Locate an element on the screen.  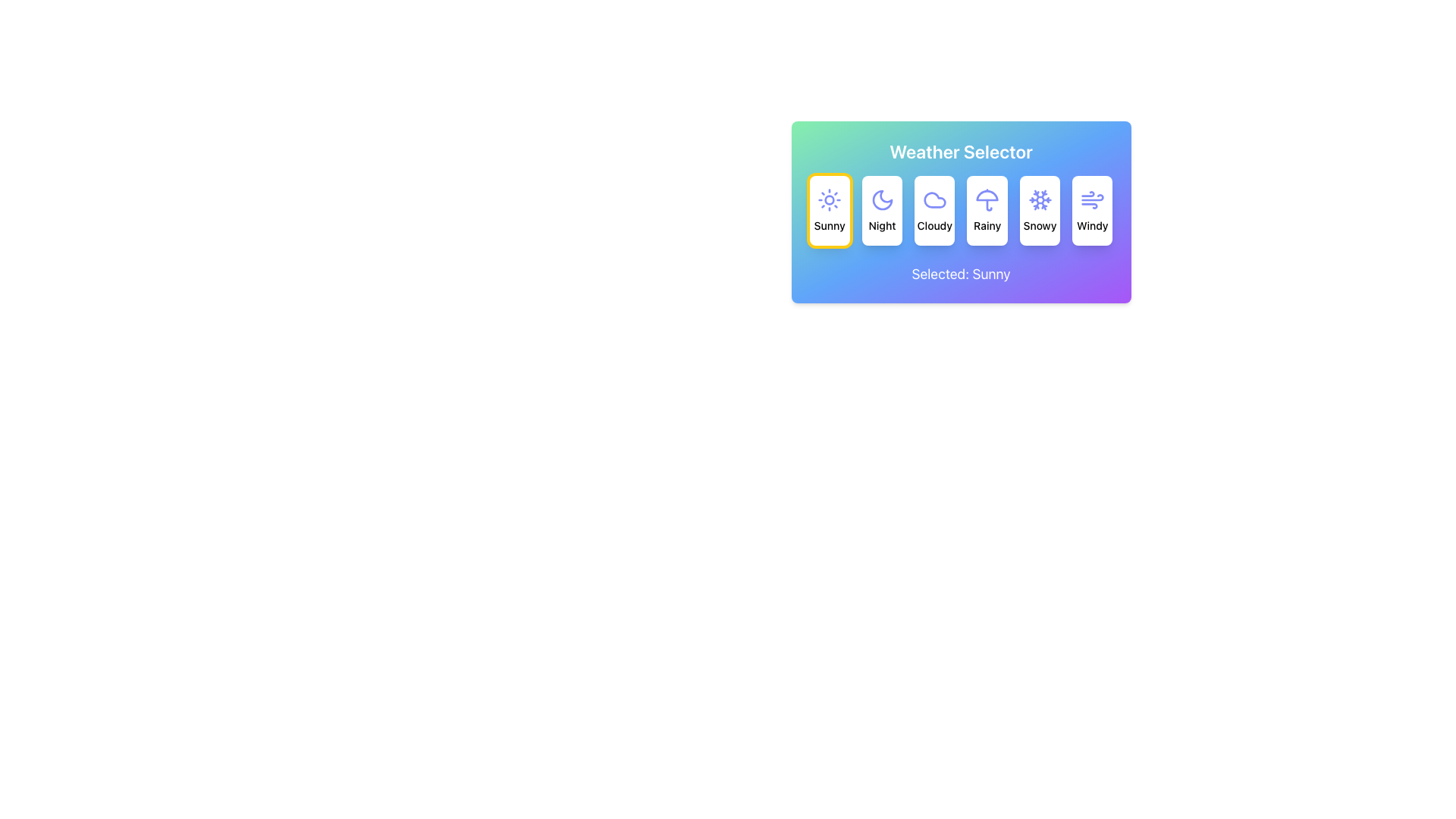
the snowflake icon representing 'snowy' weather conditions in the weather selection interface is located at coordinates (1039, 199).